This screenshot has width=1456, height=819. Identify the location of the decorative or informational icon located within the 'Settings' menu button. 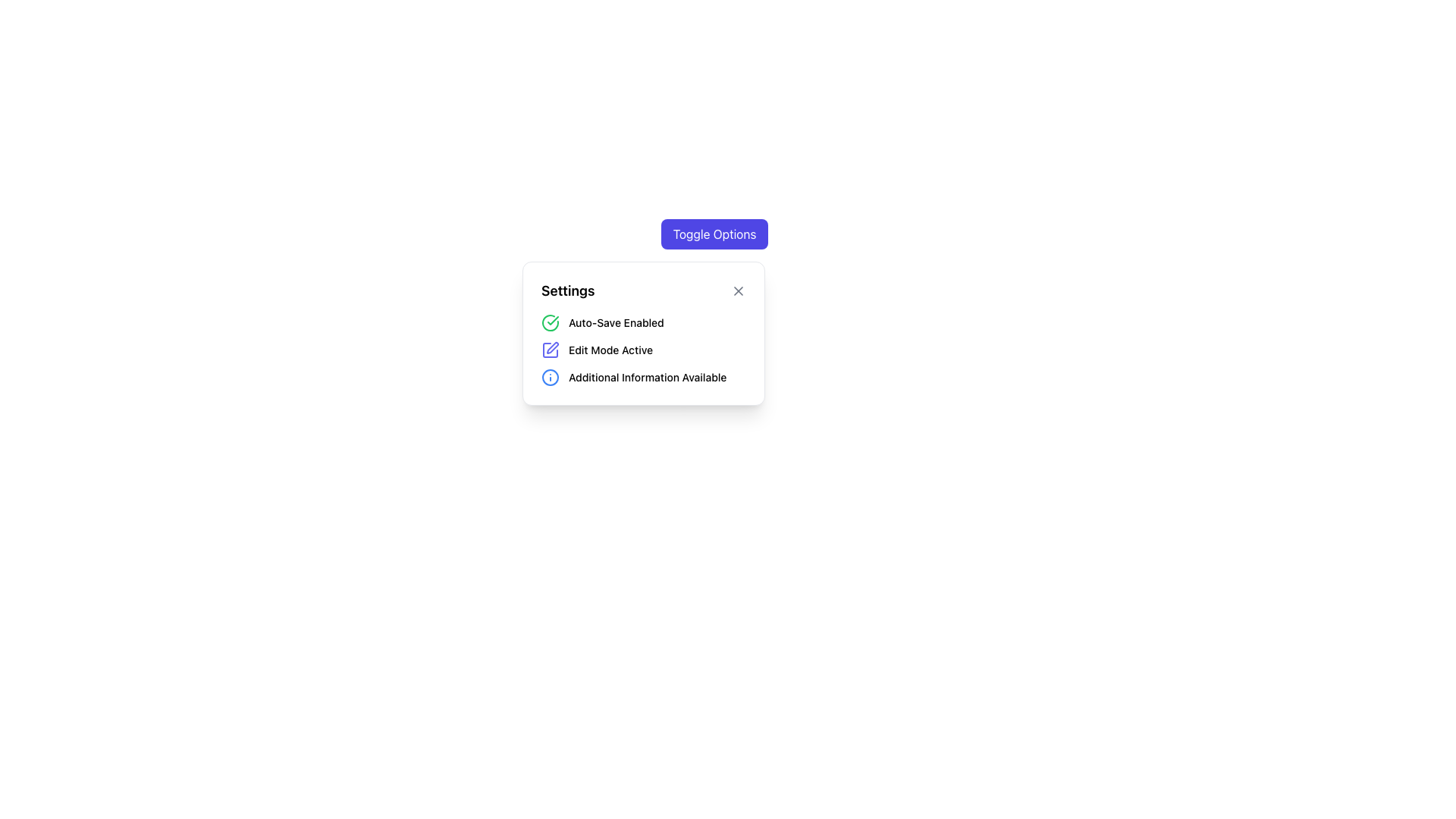
(549, 376).